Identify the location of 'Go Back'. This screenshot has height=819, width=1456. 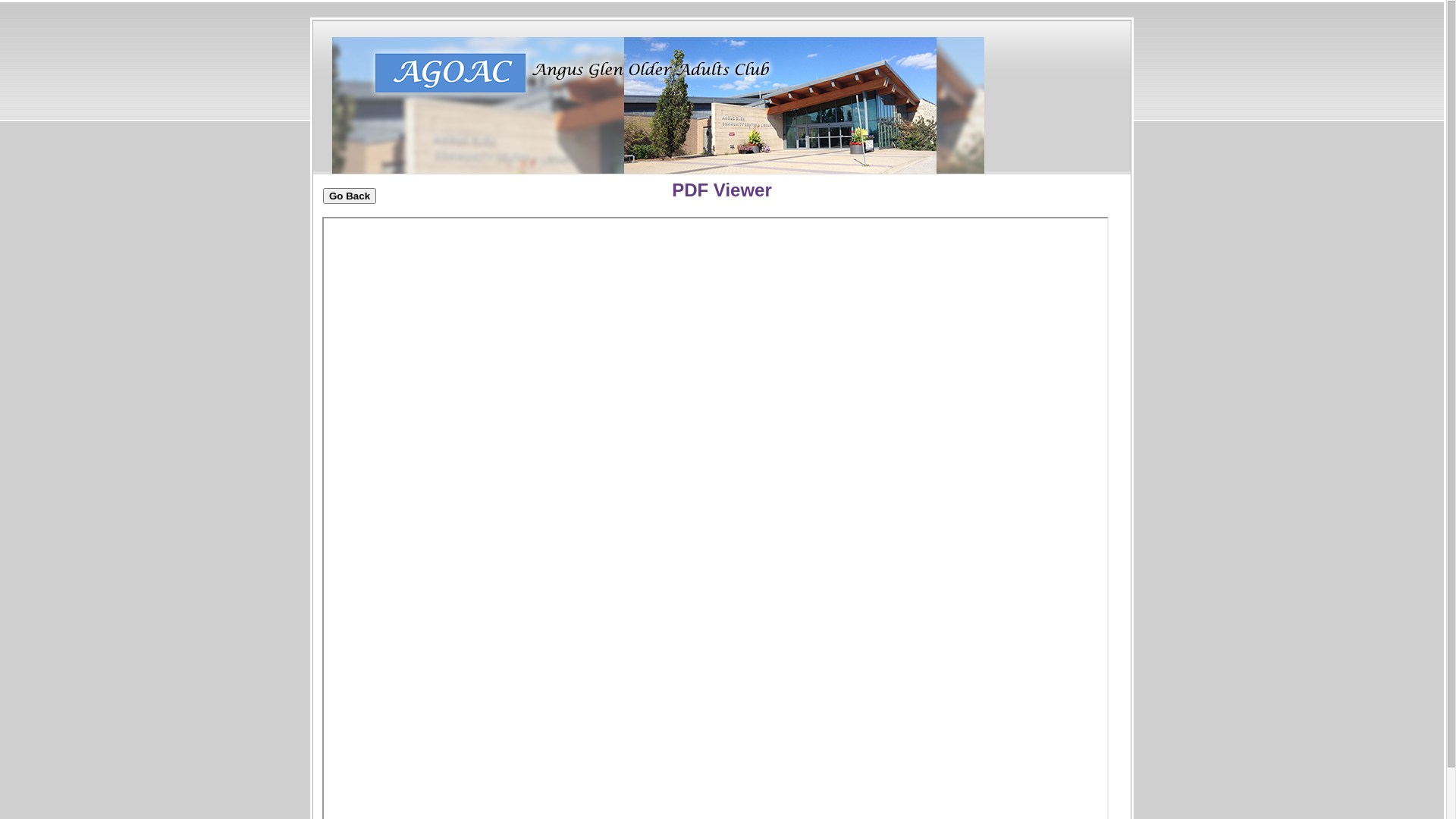
(322, 195).